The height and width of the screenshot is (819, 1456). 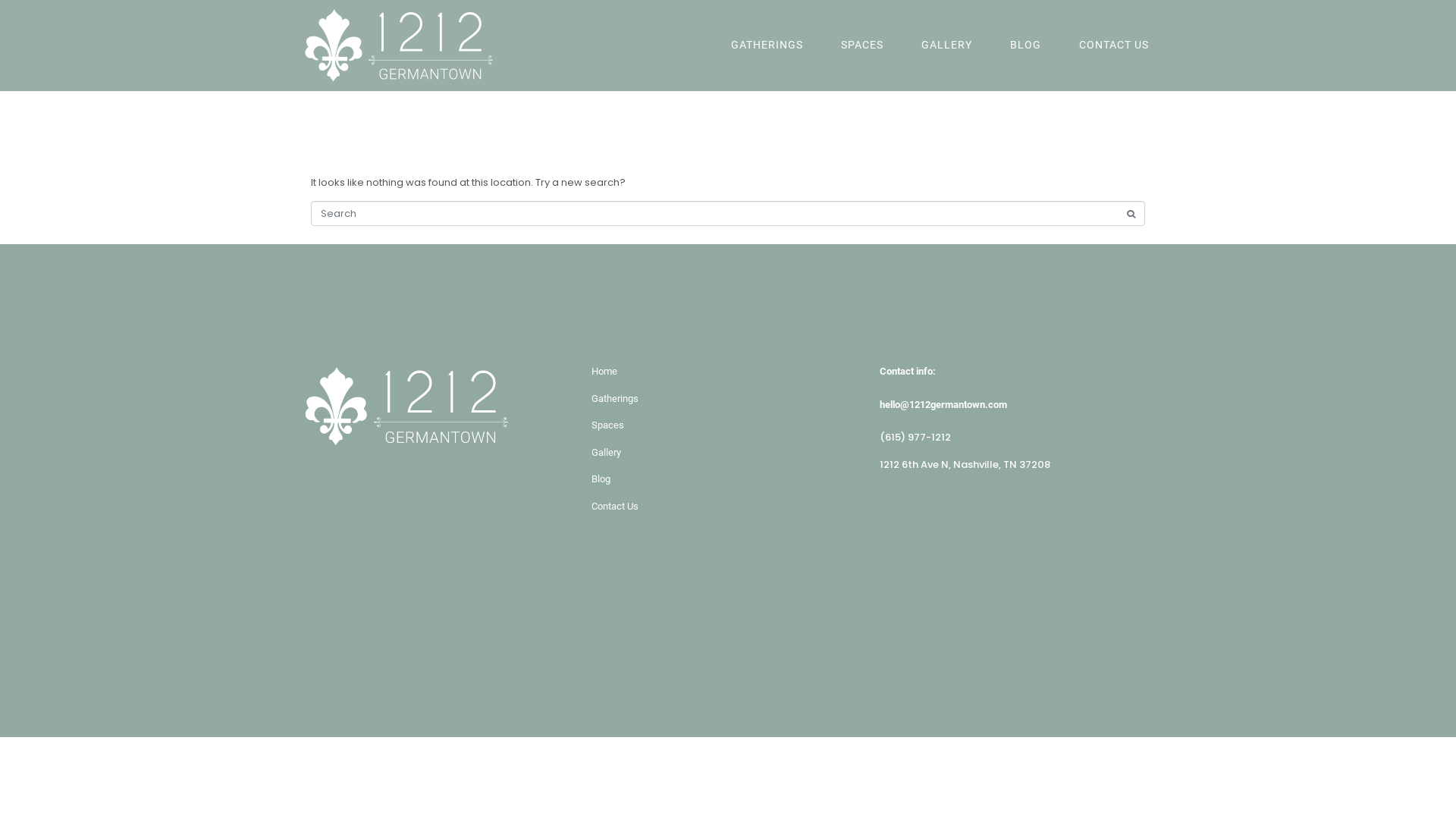 I want to click on 'Blog', so click(x=590, y=479).